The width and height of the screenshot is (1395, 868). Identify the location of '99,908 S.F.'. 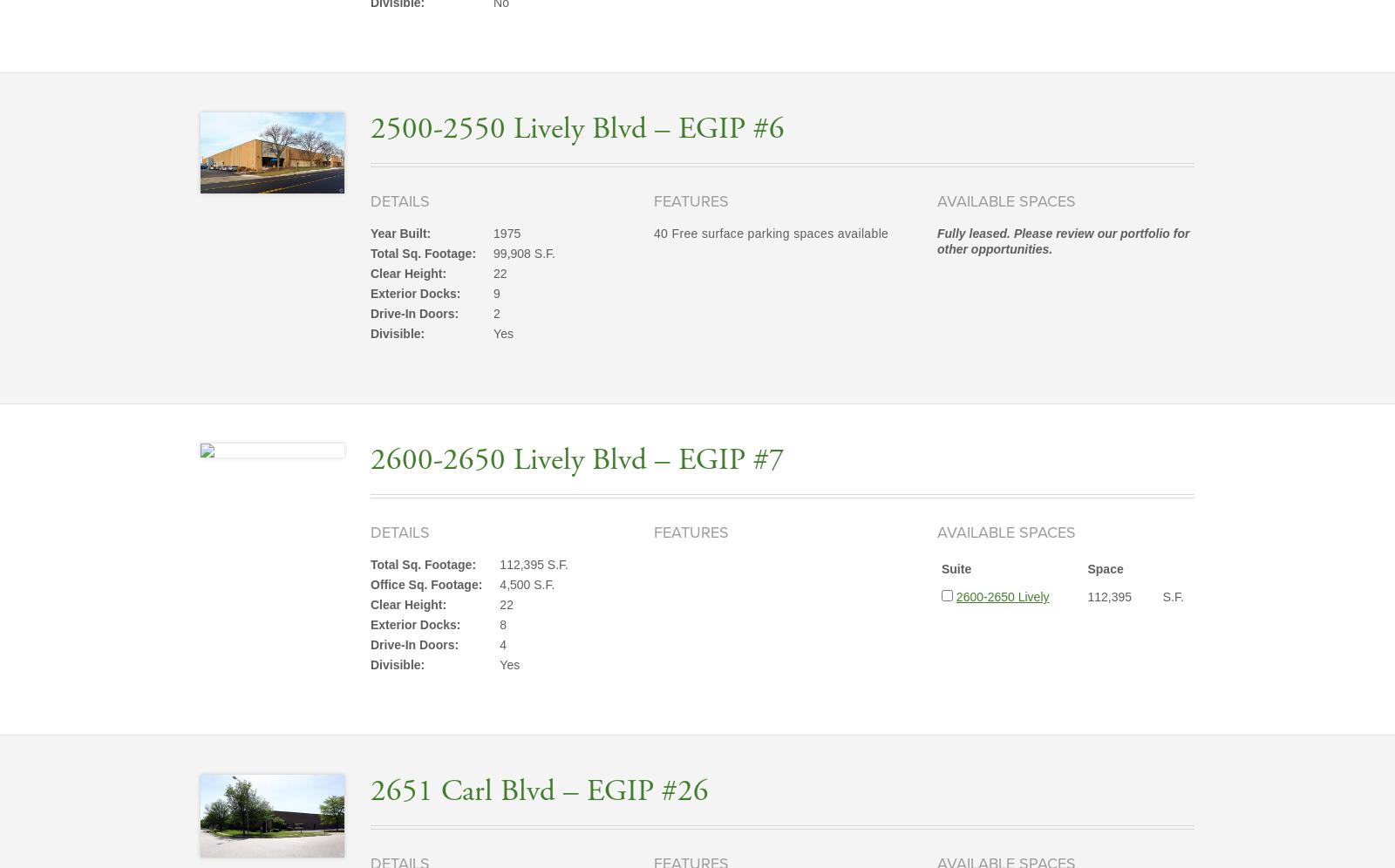
(522, 253).